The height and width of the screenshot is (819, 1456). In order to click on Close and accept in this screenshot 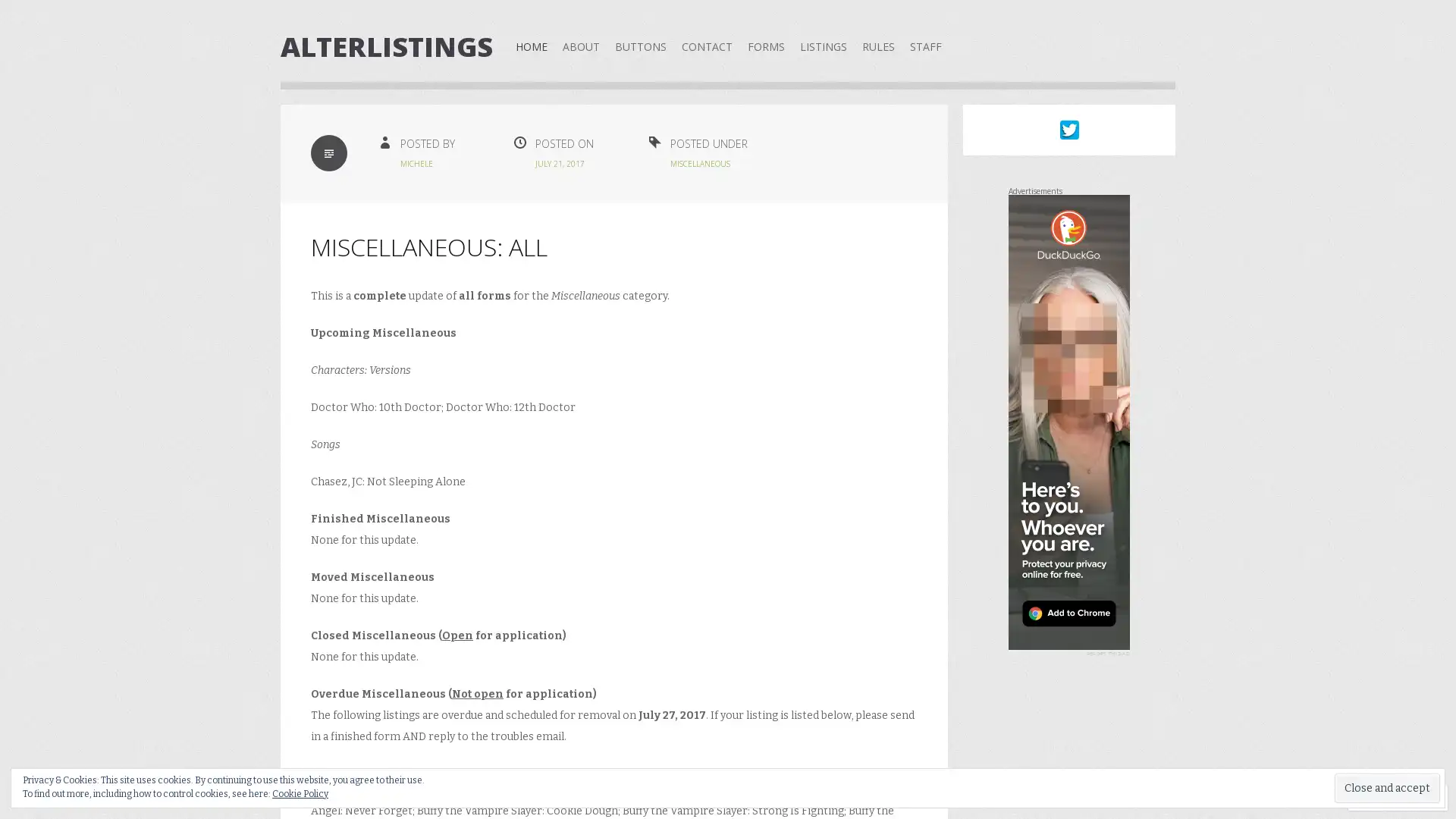, I will do `click(1387, 787)`.